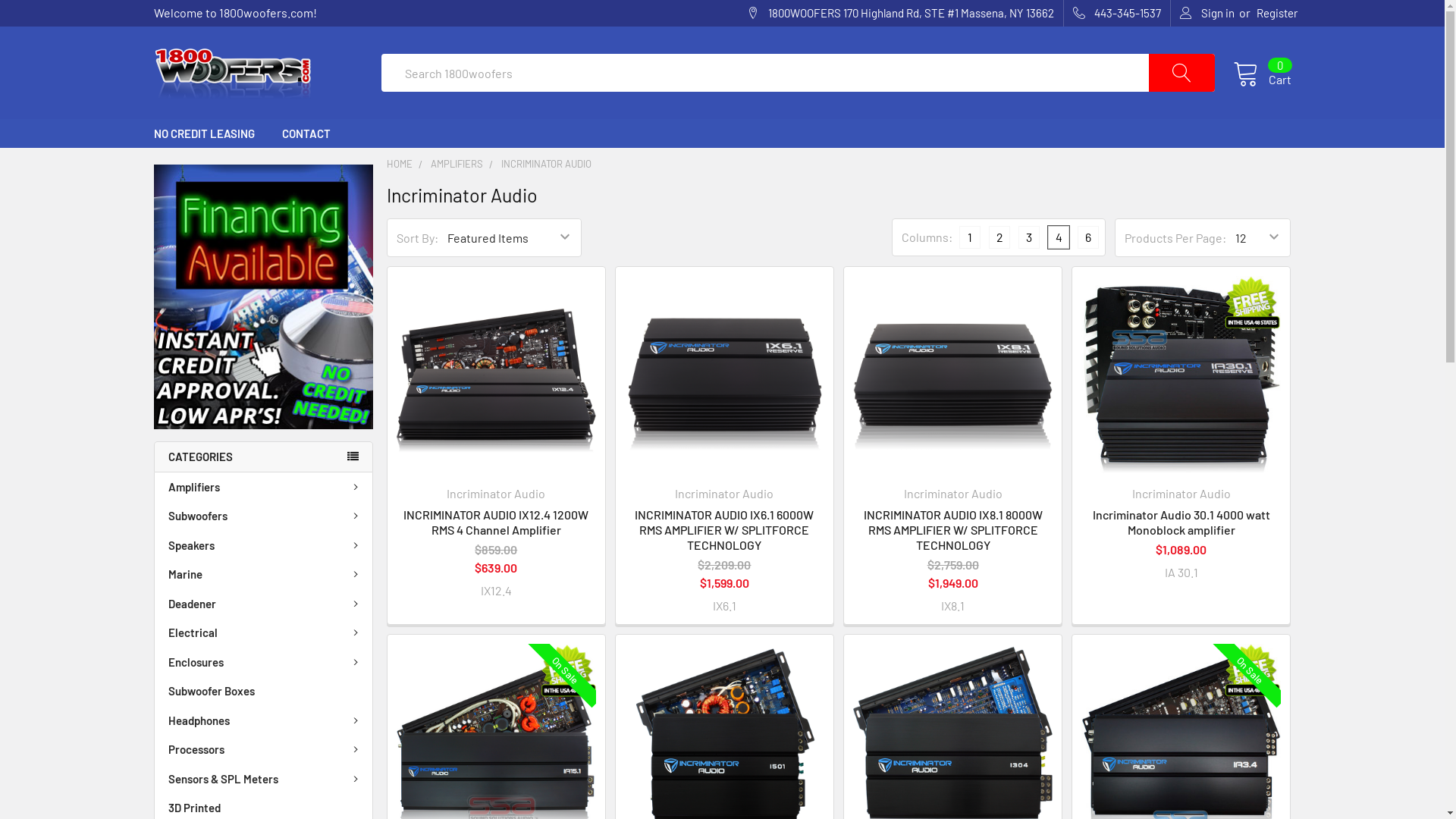  I want to click on 'Search', so click(1191, 73).